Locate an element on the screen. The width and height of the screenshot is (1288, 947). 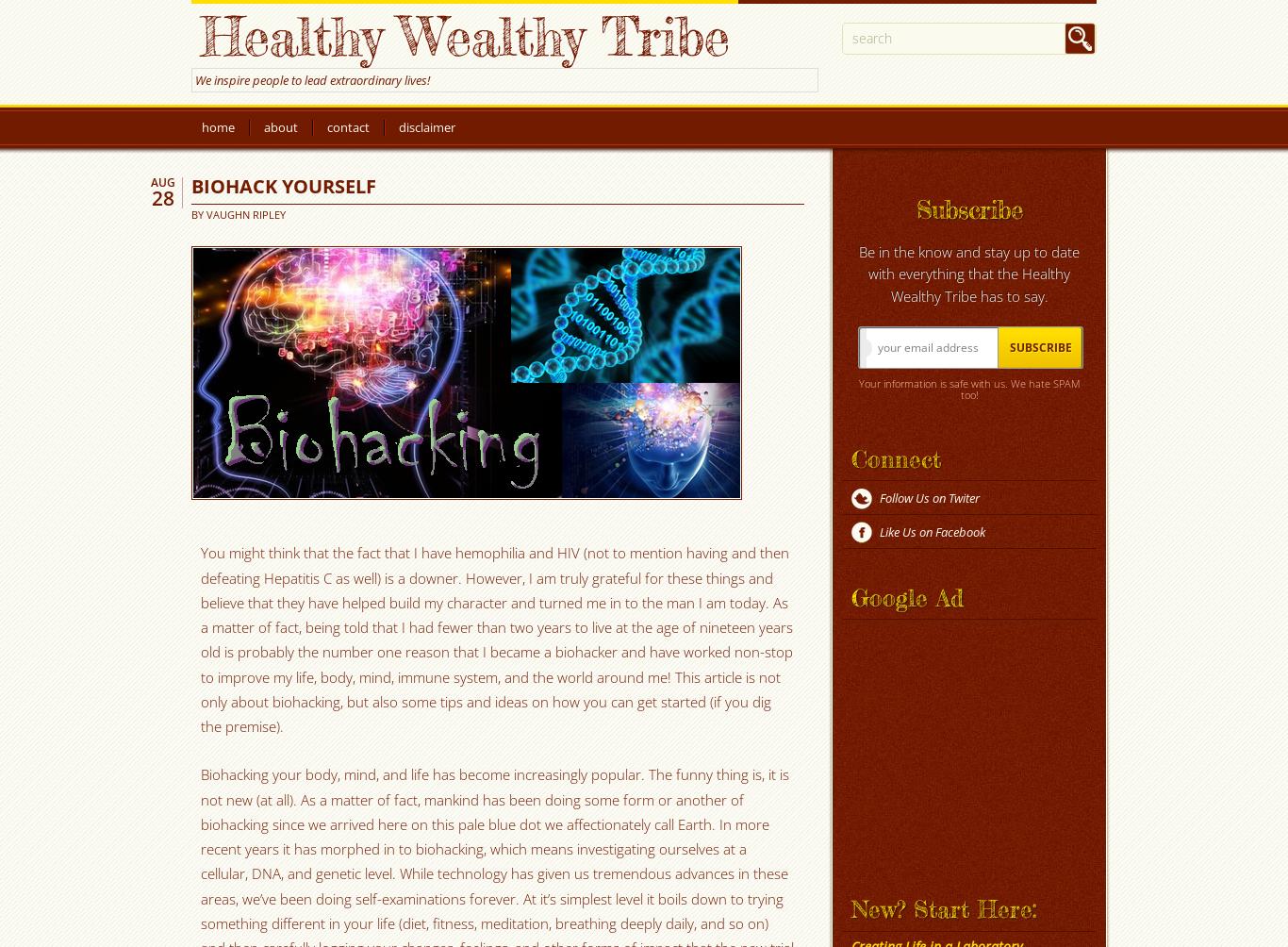
'By' is located at coordinates (190, 213).